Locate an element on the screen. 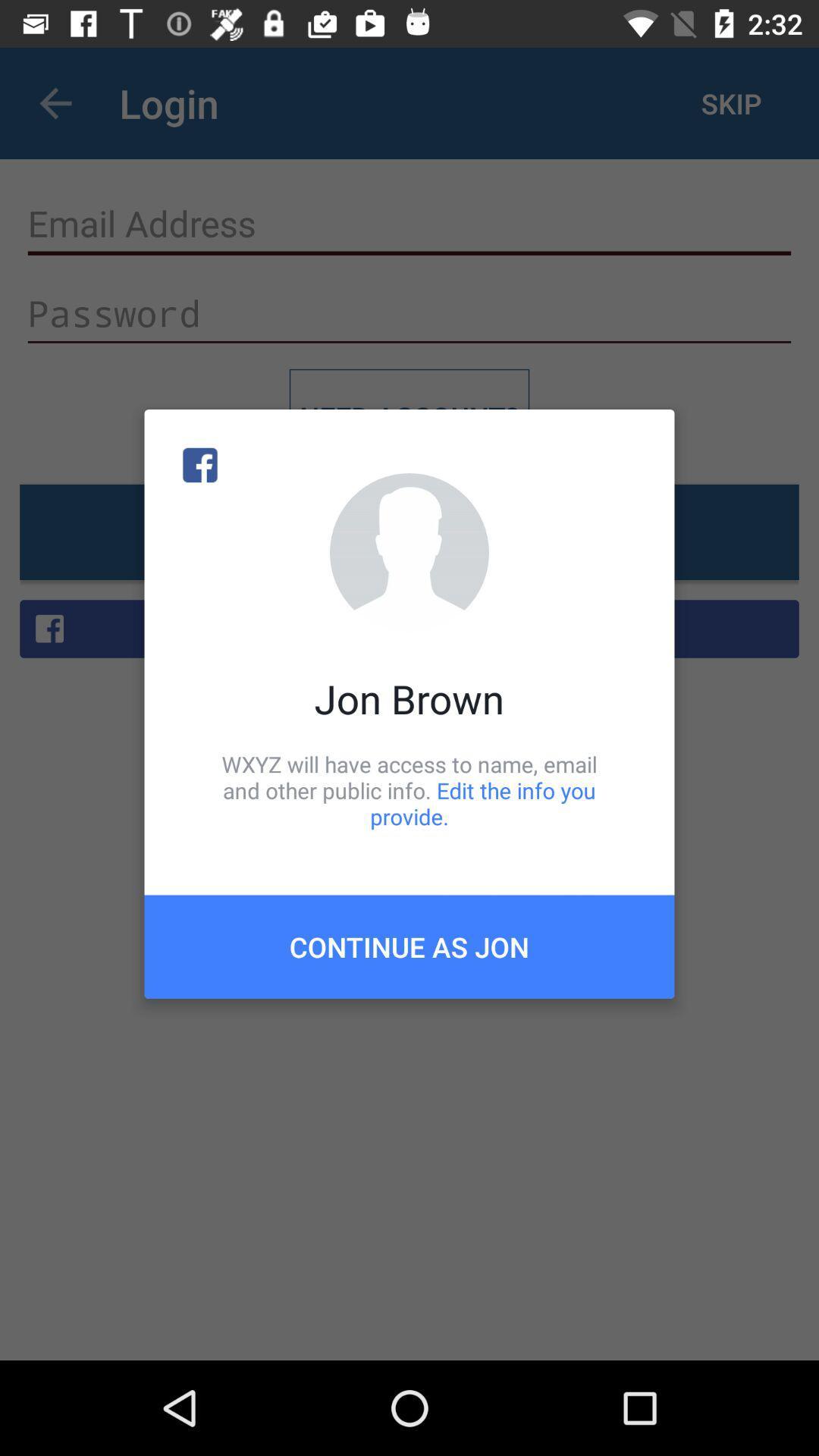 The width and height of the screenshot is (819, 1456). wxyz will have is located at coordinates (409, 789).